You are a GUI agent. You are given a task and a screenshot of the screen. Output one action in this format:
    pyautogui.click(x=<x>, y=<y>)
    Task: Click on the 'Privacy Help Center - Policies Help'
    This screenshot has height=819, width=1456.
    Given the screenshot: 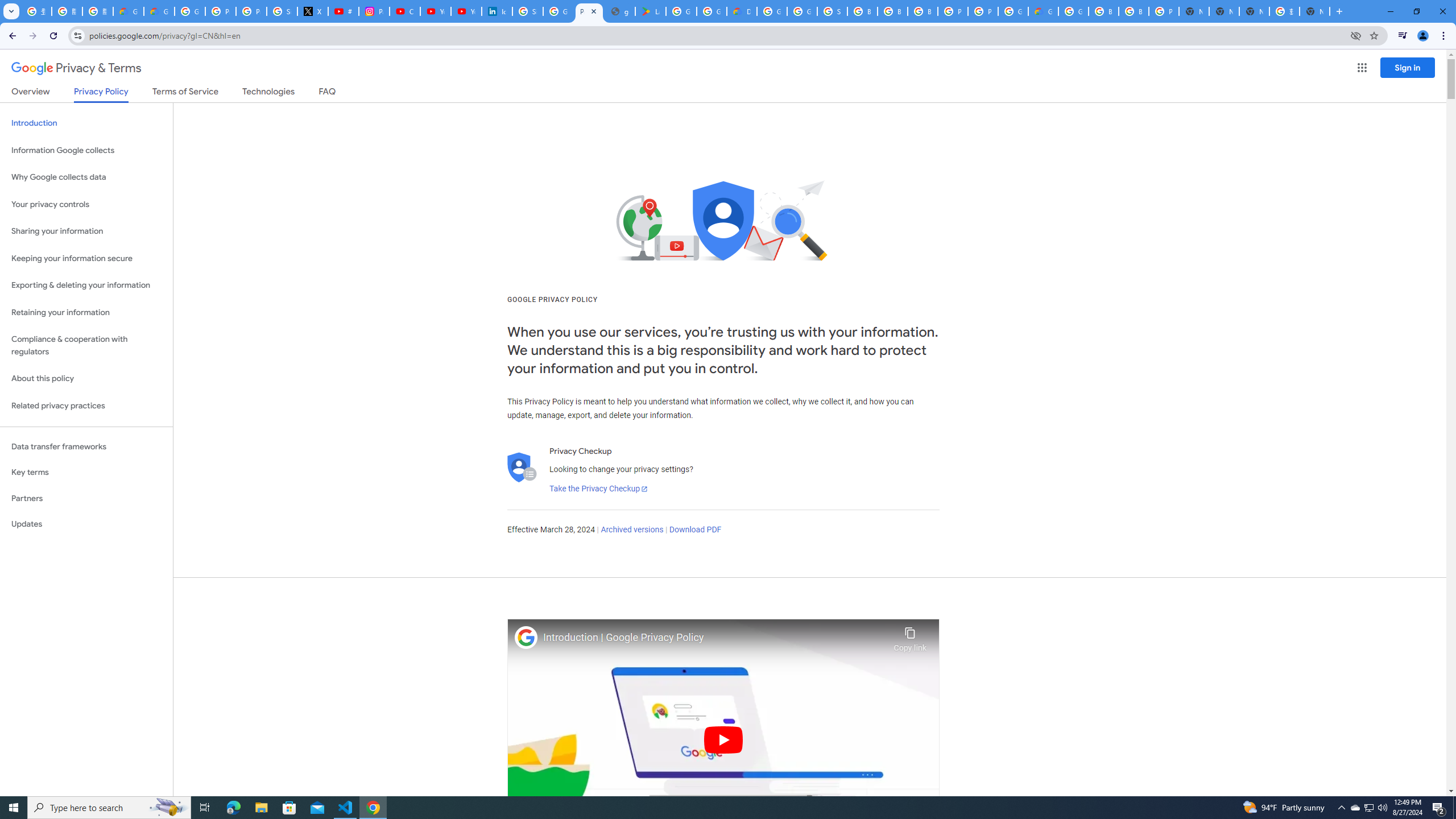 What is the action you would take?
    pyautogui.click(x=251, y=11)
    